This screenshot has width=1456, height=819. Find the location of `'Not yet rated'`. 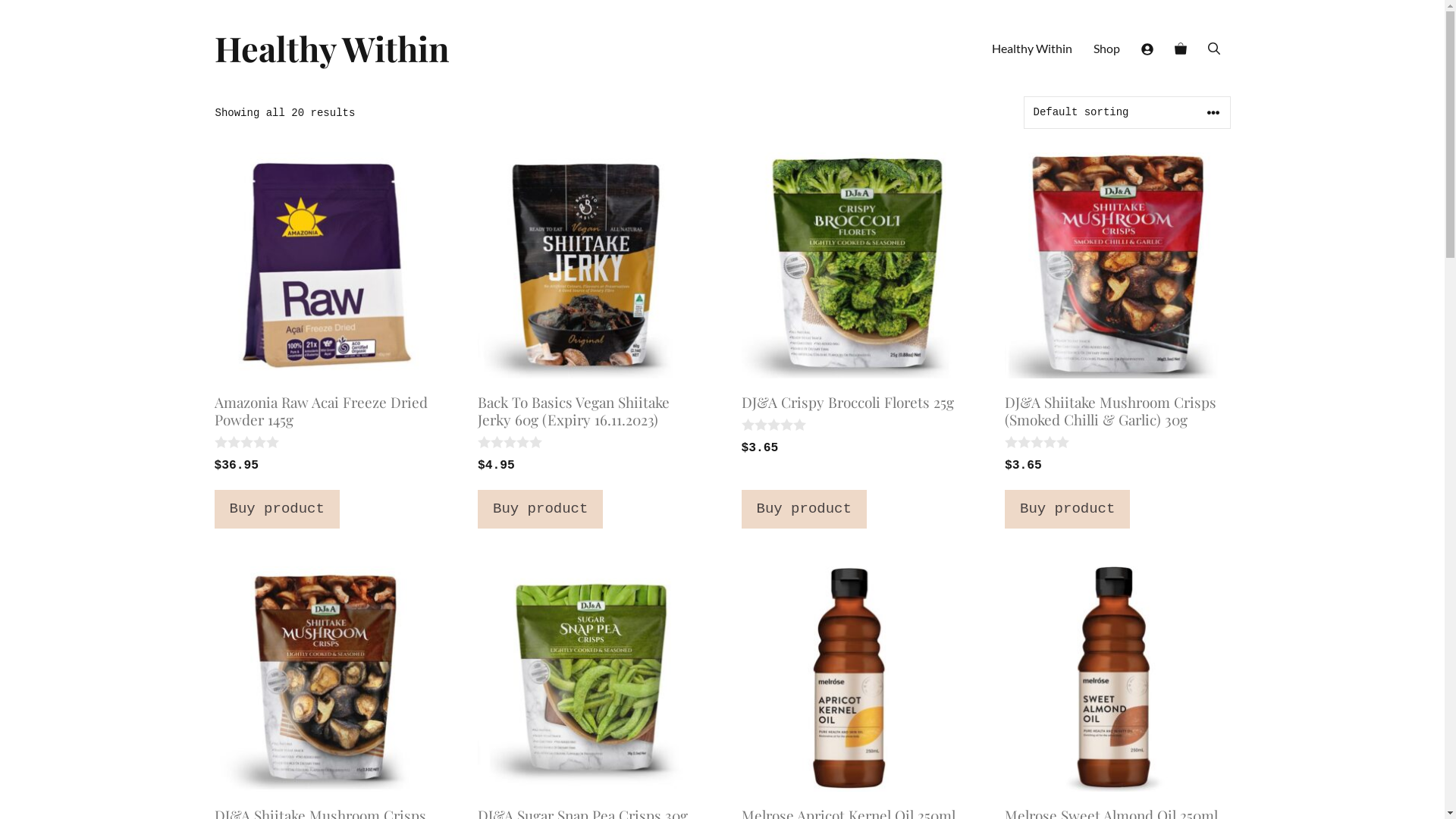

'Not yet rated' is located at coordinates (213, 441).